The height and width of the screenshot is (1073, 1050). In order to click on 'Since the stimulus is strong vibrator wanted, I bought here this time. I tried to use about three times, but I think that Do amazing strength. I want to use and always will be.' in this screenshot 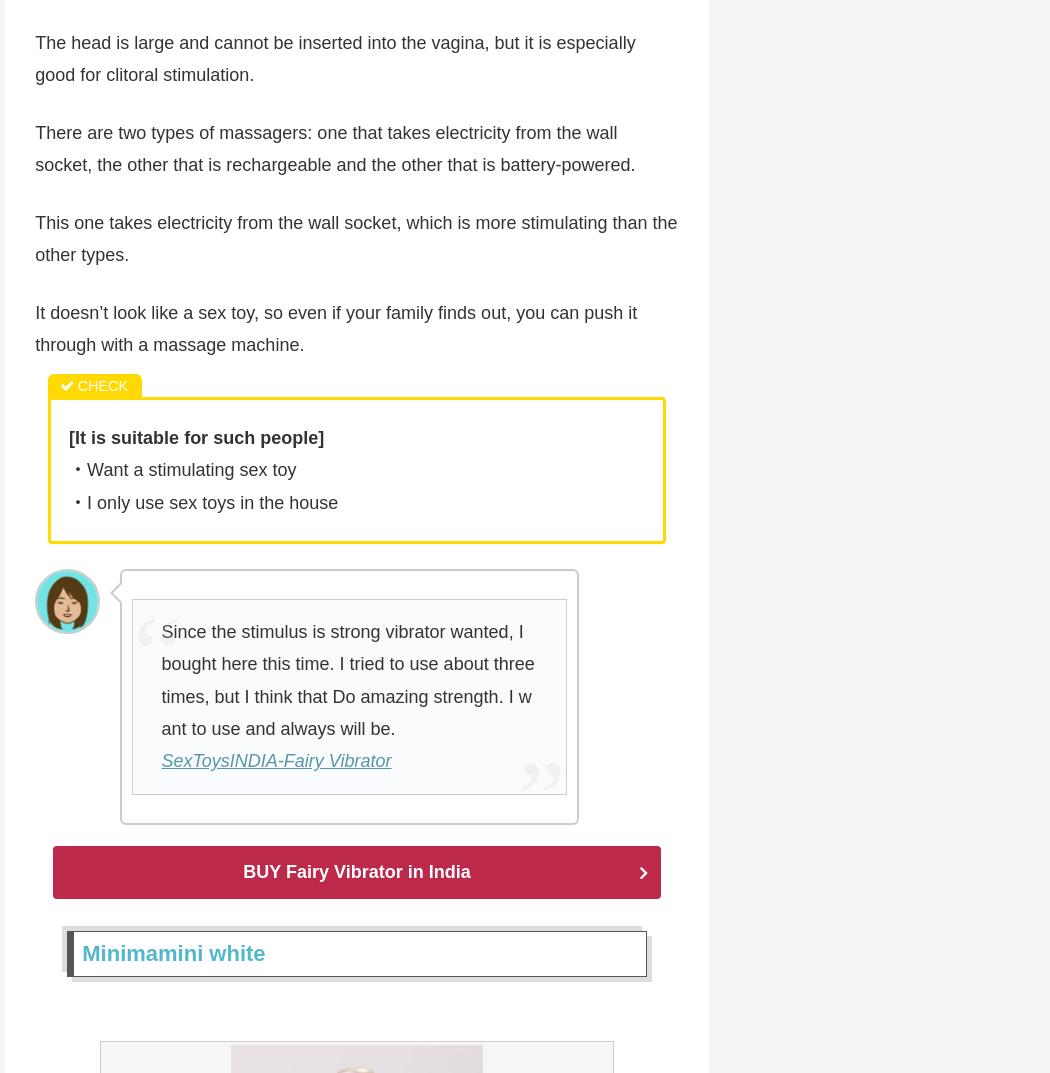, I will do `click(346, 682)`.